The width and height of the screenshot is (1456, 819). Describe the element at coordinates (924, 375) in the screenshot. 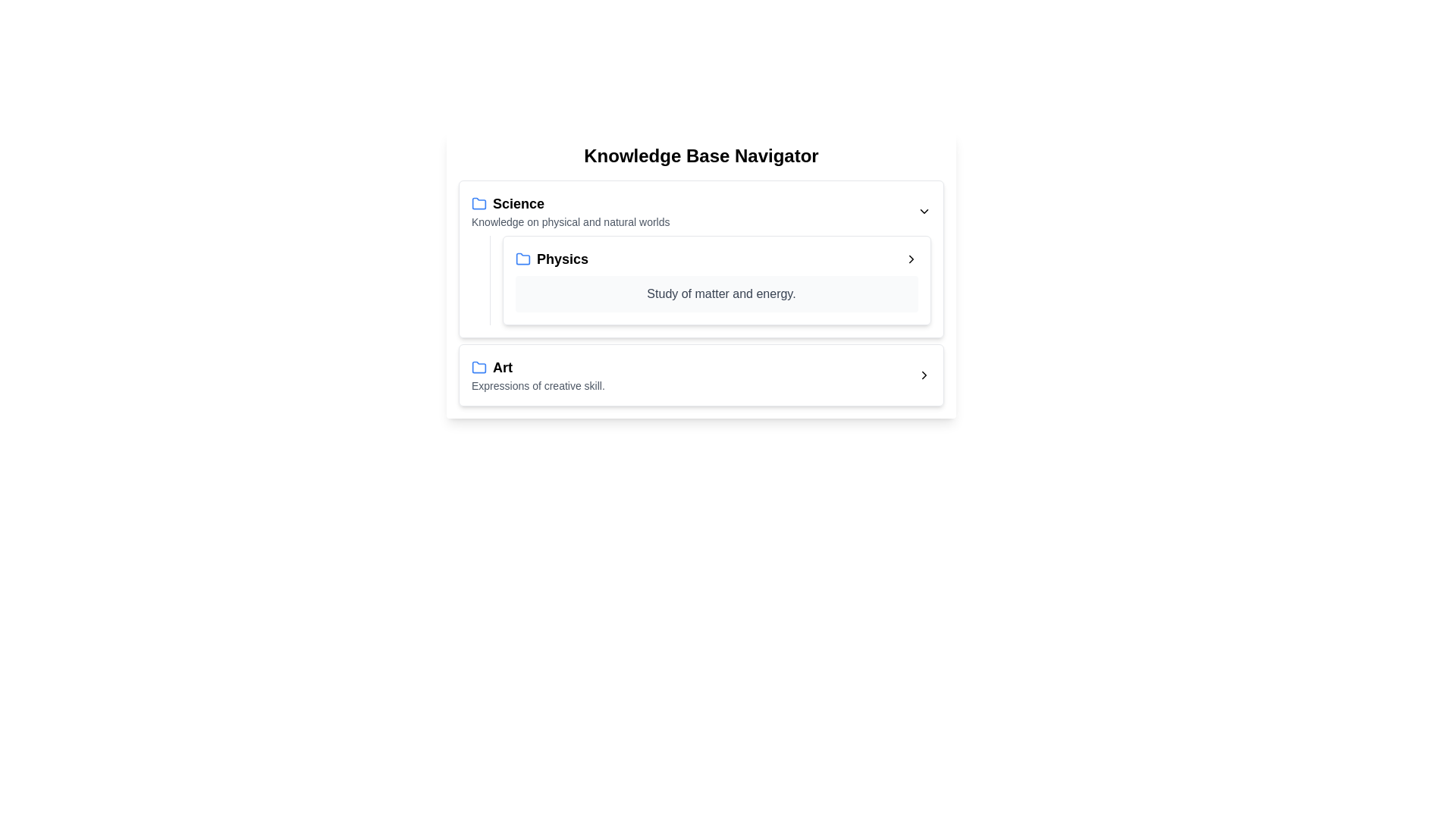

I see `the right chevron icon, which is positioned at the right end of the 'Art' item in the list interface` at that location.